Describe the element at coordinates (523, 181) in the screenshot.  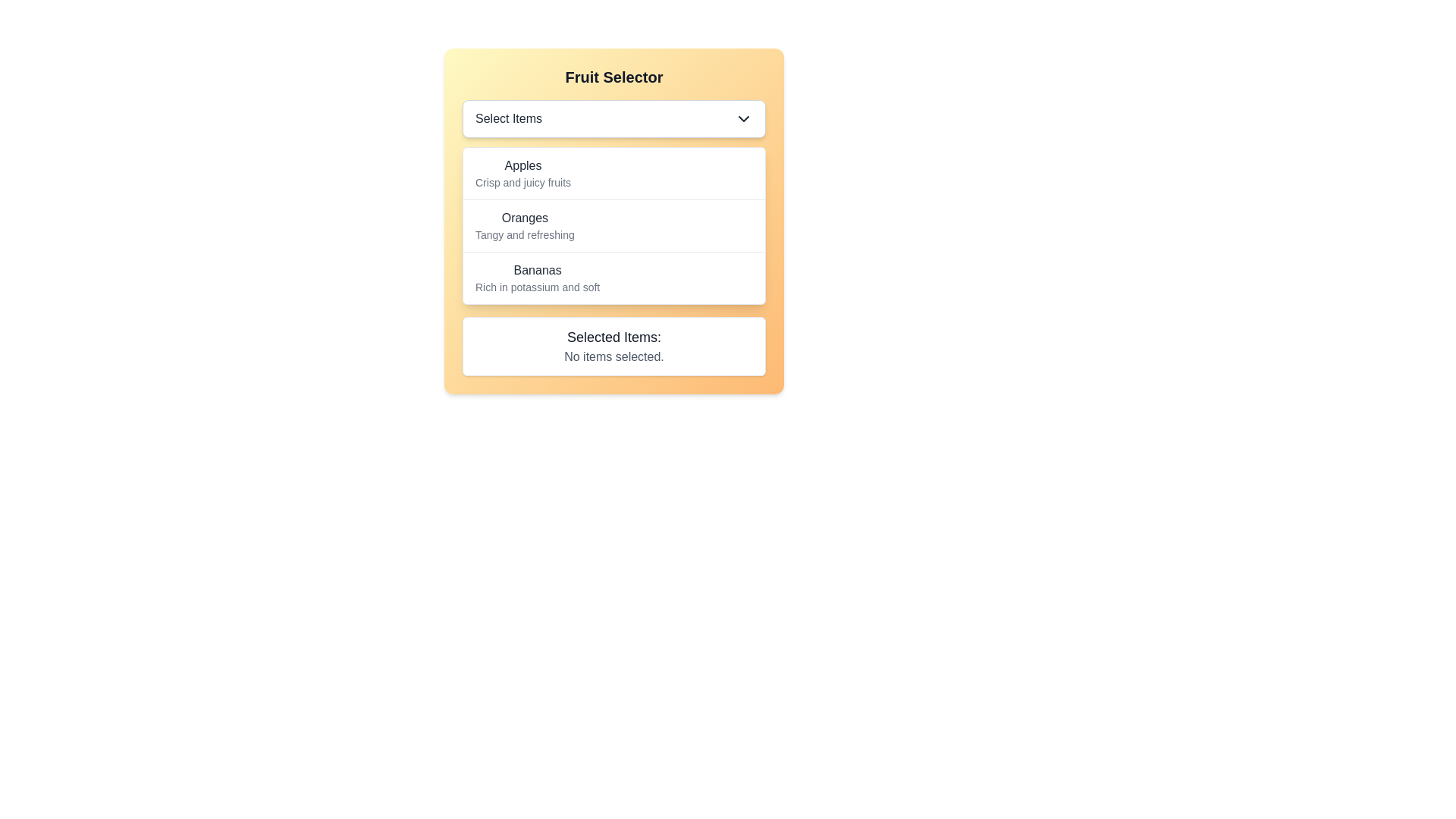
I see `the text label displaying 'Crisp and juicy fruits', which is located directly below the bold 'Apples' text in the dropdown menu` at that location.